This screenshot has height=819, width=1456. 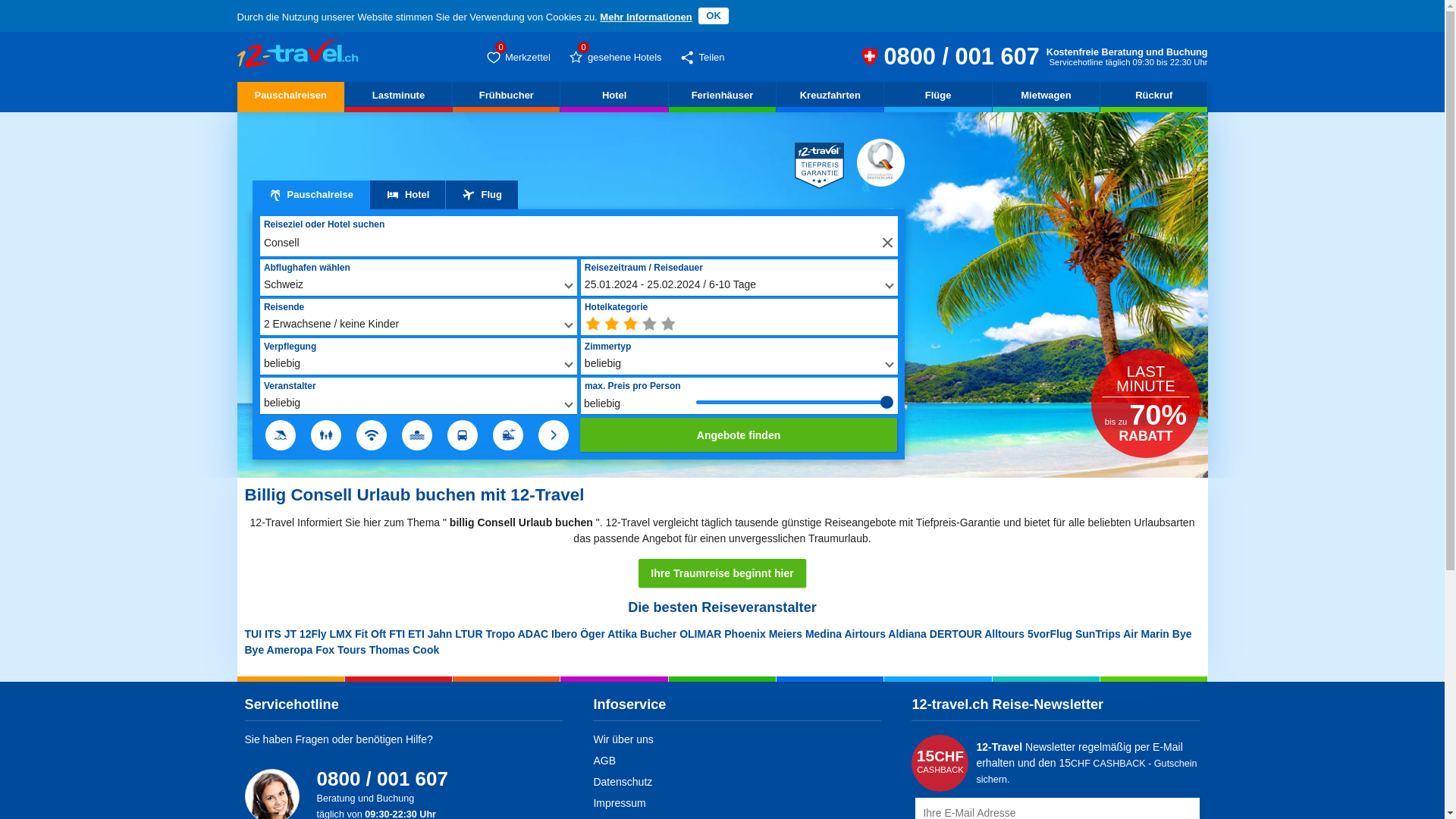 What do you see at coordinates (517, 634) in the screenshot?
I see `'ADAC'` at bounding box center [517, 634].